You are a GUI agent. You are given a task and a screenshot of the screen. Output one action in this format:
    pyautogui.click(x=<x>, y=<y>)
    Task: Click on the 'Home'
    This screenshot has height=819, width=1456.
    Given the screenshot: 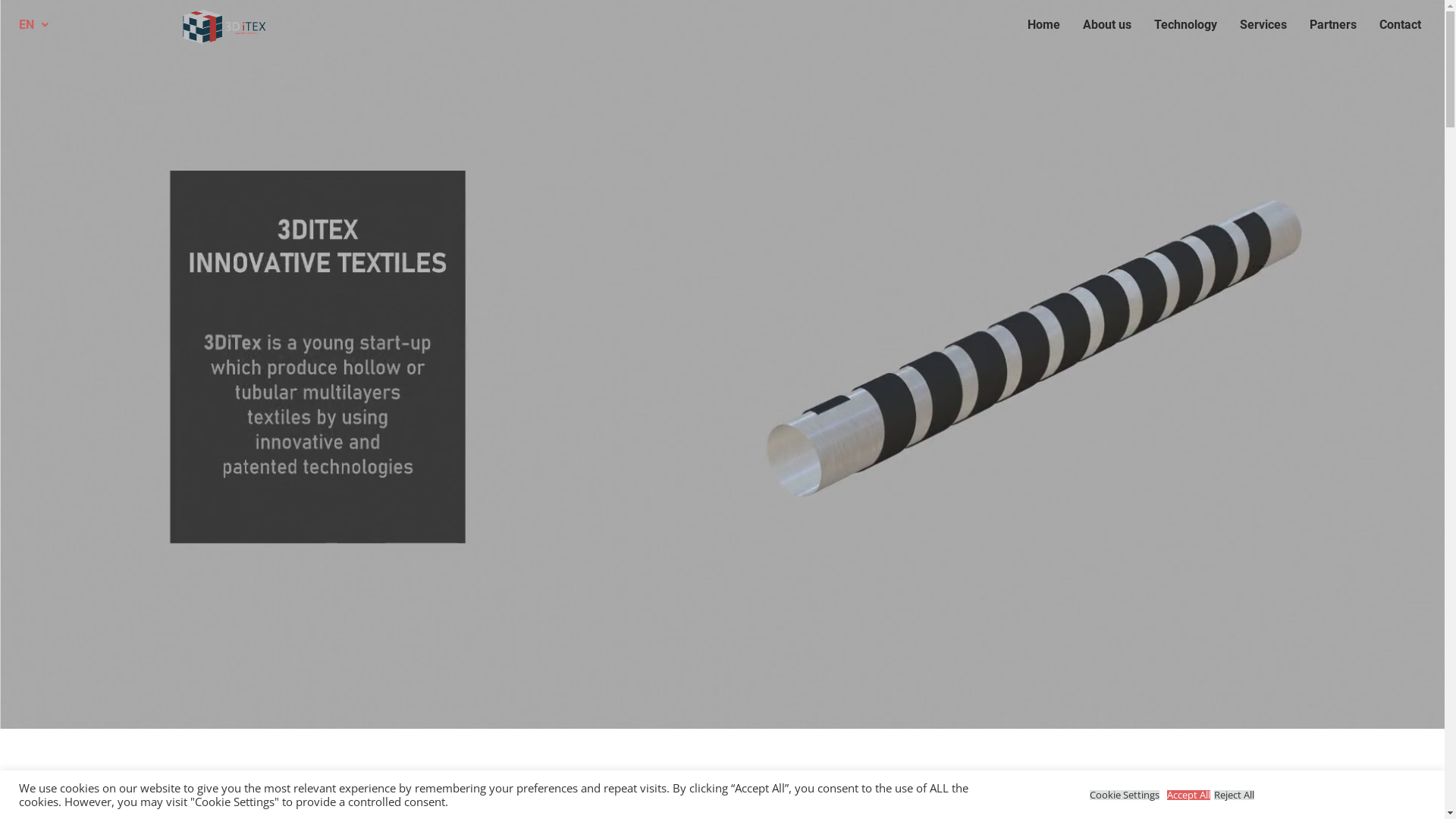 What is the action you would take?
    pyautogui.click(x=1043, y=25)
    